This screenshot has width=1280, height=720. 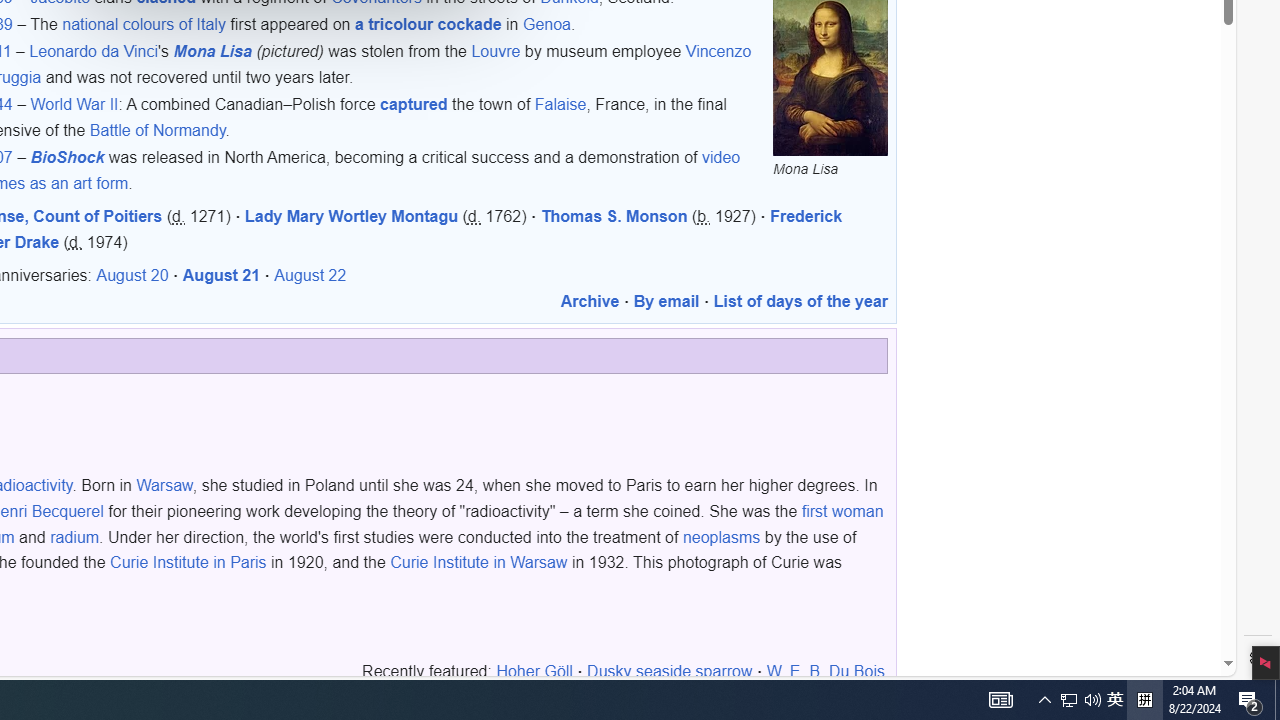 I want to click on 'BioShock', so click(x=67, y=157).